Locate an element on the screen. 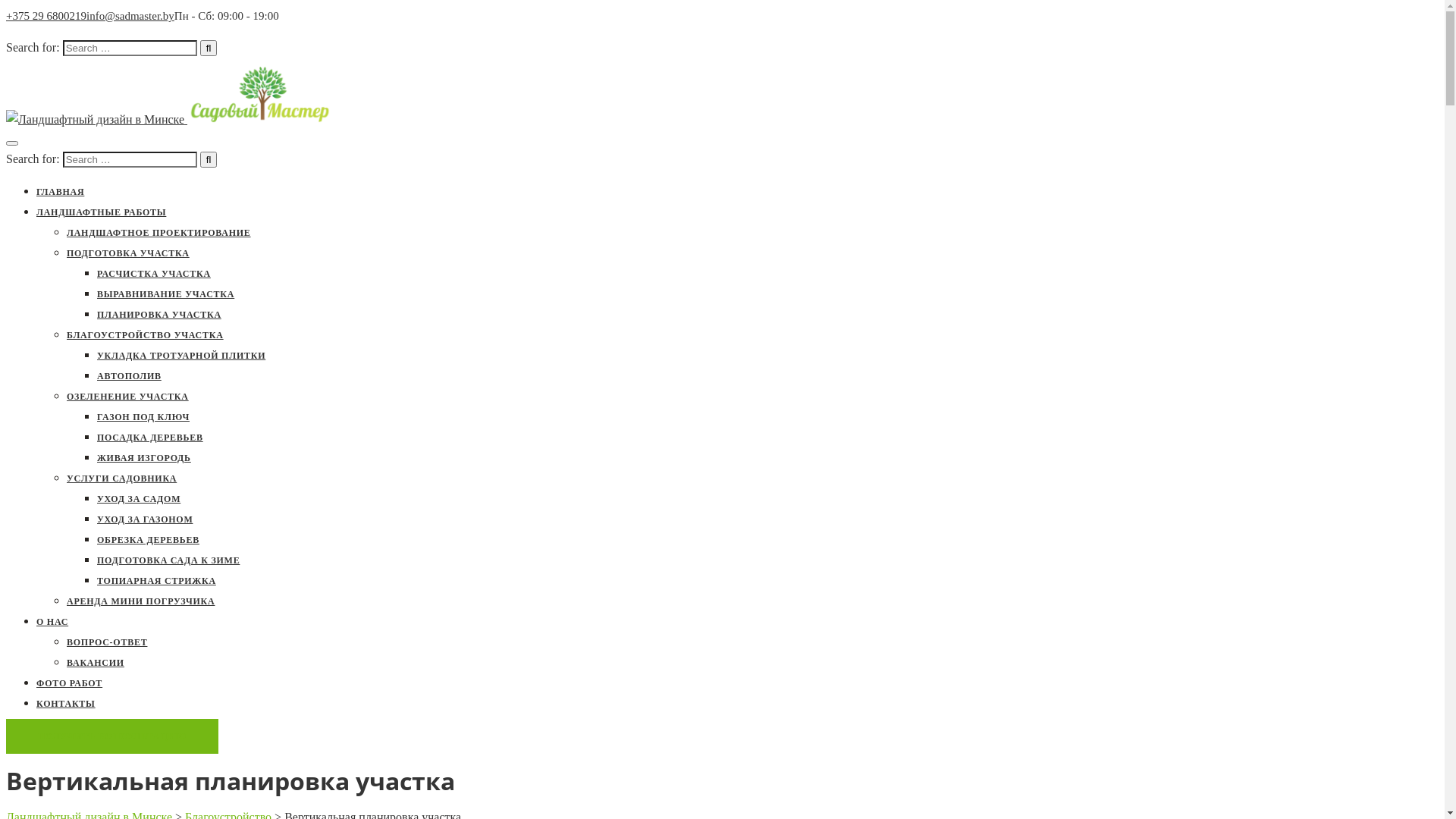 The image size is (1456, 819). 'info@sadmaster.by' is located at coordinates (130, 15).